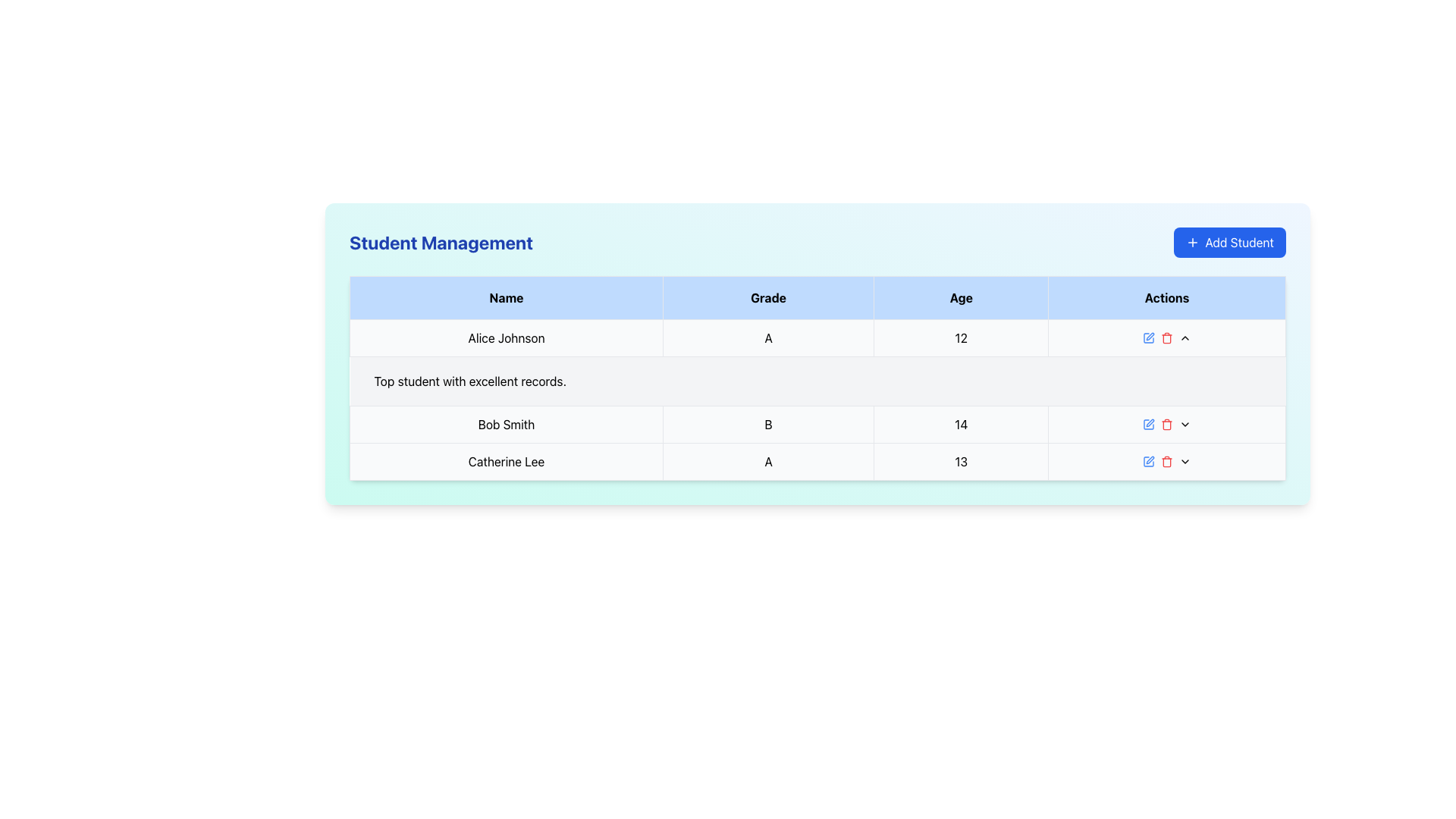 Image resolution: width=1456 pixels, height=819 pixels. What do you see at coordinates (1229, 242) in the screenshot?
I see `the blue rectangular button with rounded corners and white text reading 'Add Student'` at bounding box center [1229, 242].